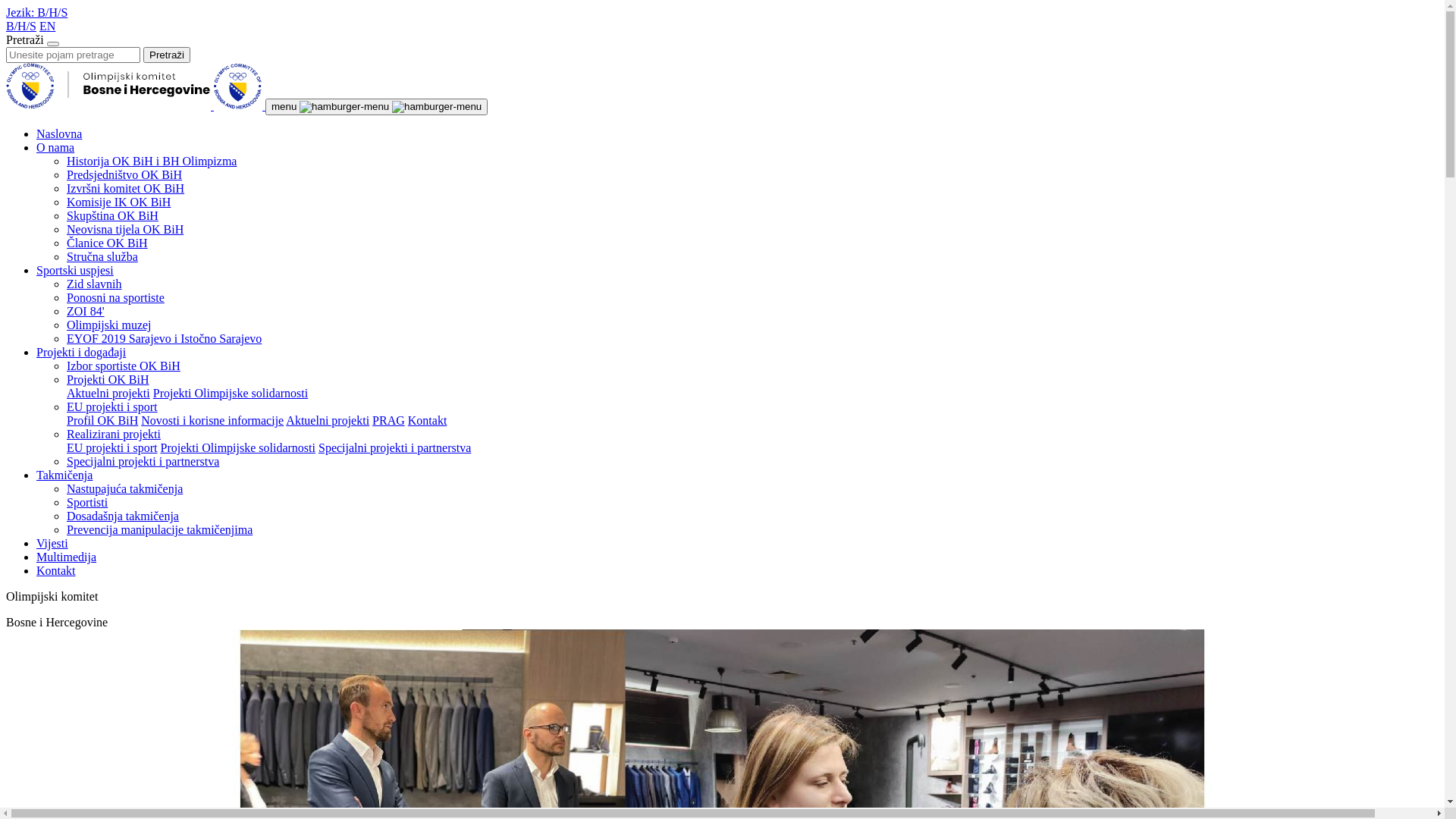 The height and width of the screenshot is (819, 1456). I want to click on 'Vijesti', so click(52, 542).